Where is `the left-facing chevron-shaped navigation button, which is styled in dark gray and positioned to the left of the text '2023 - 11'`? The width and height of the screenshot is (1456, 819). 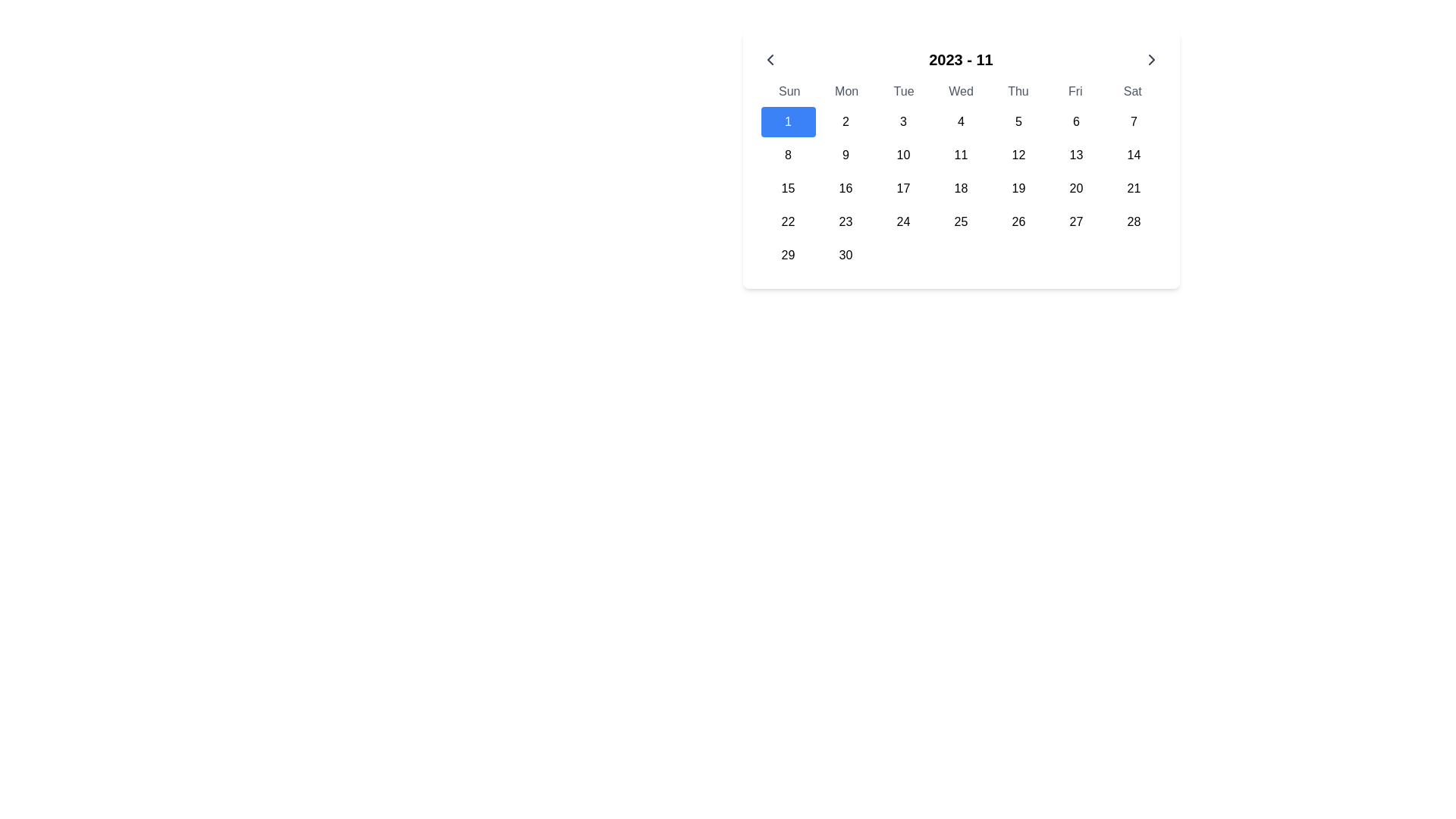 the left-facing chevron-shaped navigation button, which is styled in dark gray and positioned to the left of the text '2023 - 11' is located at coordinates (770, 58).